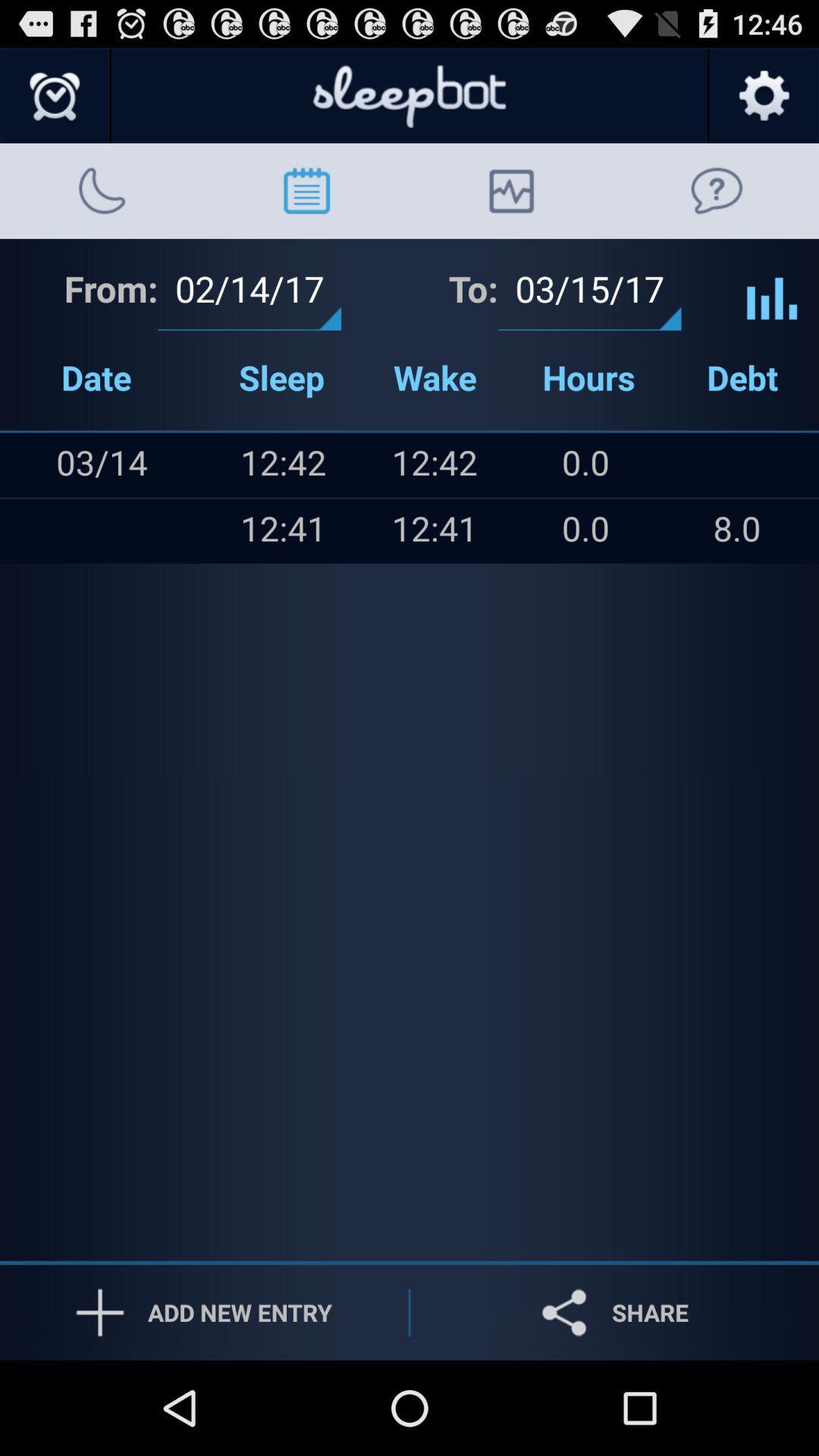 The width and height of the screenshot is (819, 1456). What do you see at coordinates (772, 287) in the screenshot?
I see `click on the graph` at bounding box center [772, 287].